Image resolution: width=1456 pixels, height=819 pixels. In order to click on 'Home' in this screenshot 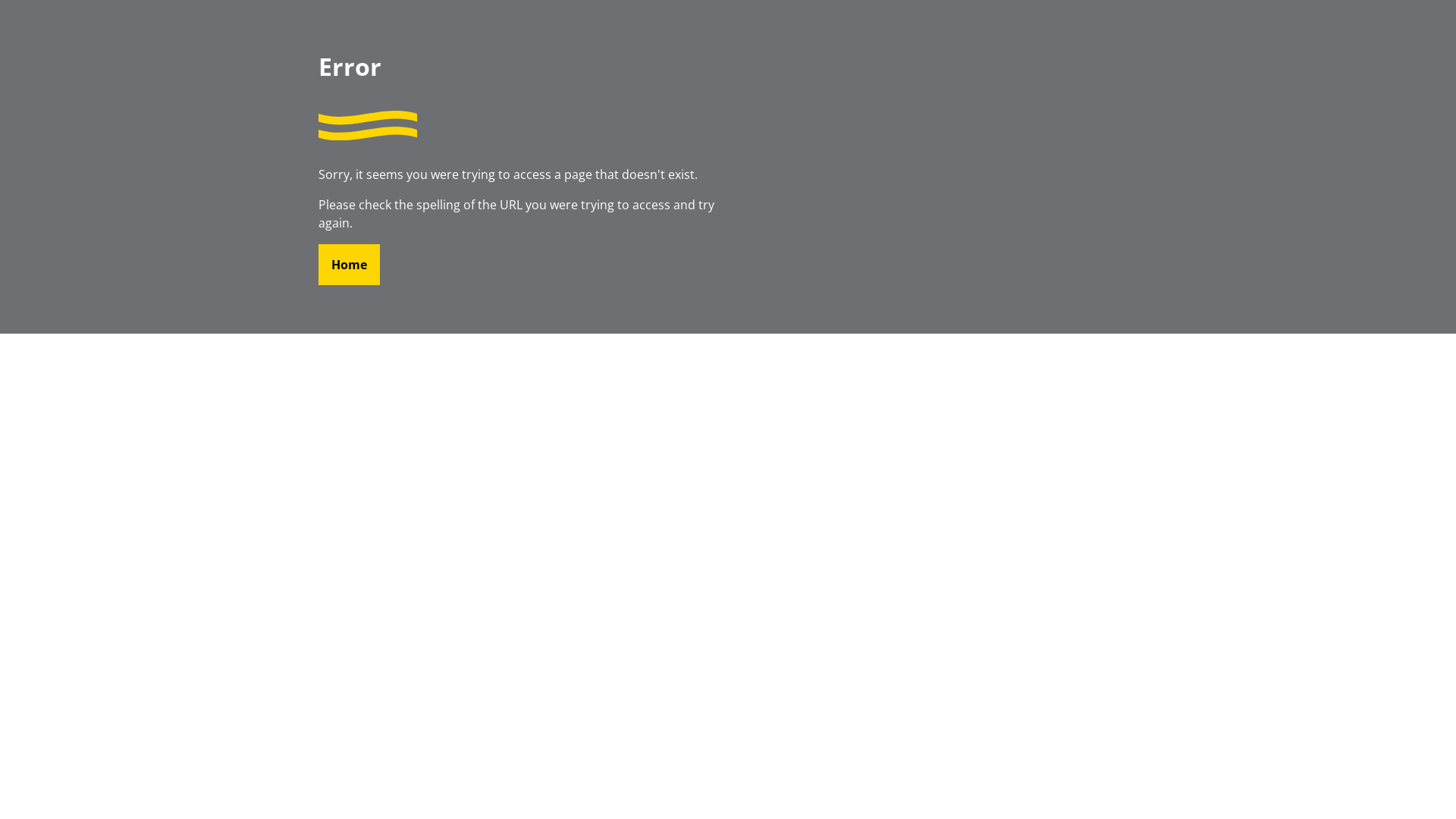, I will do `click(348, 263)`.